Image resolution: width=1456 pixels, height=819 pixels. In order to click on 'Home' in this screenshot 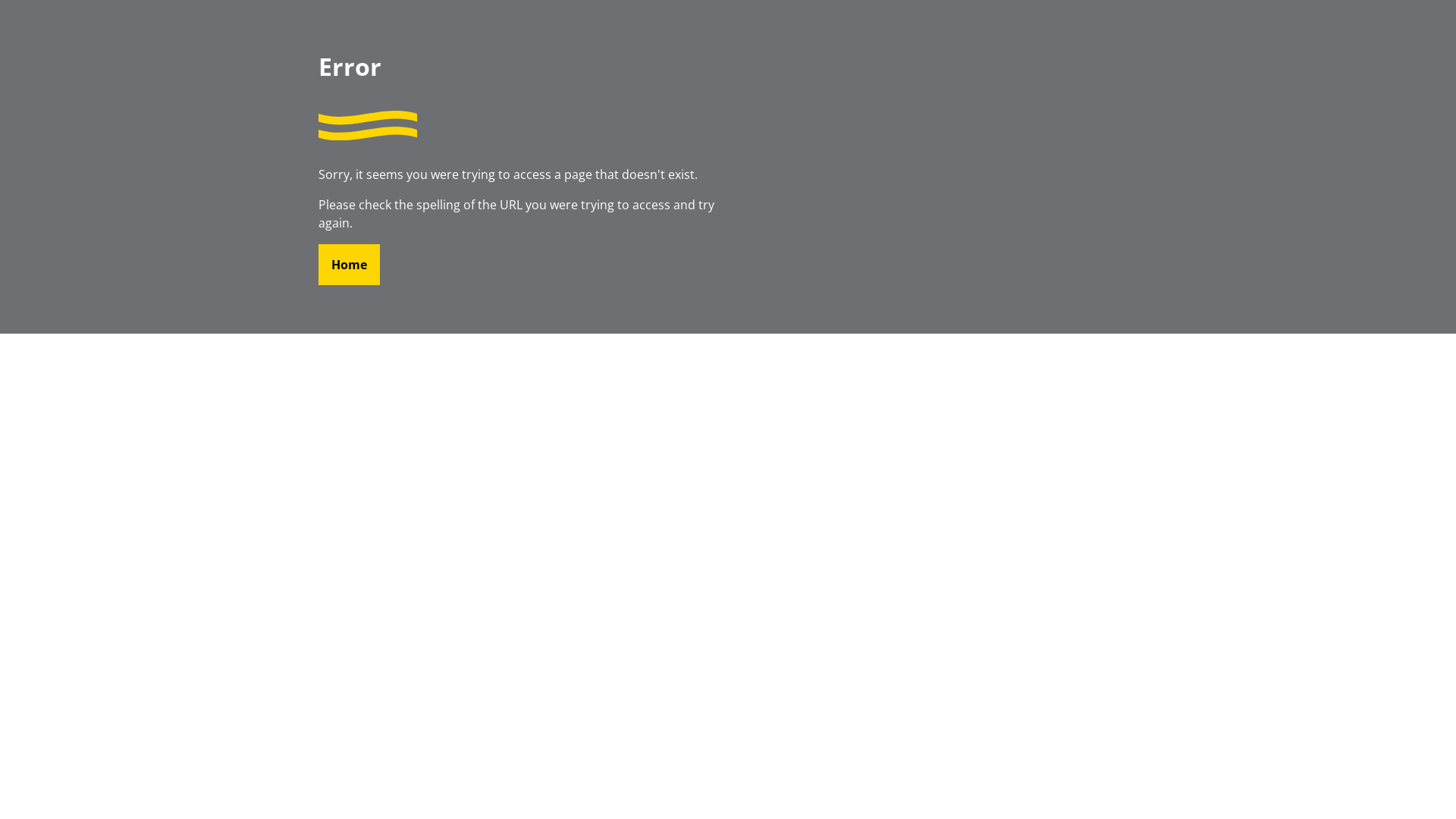, I will do `click(348, 263)`.